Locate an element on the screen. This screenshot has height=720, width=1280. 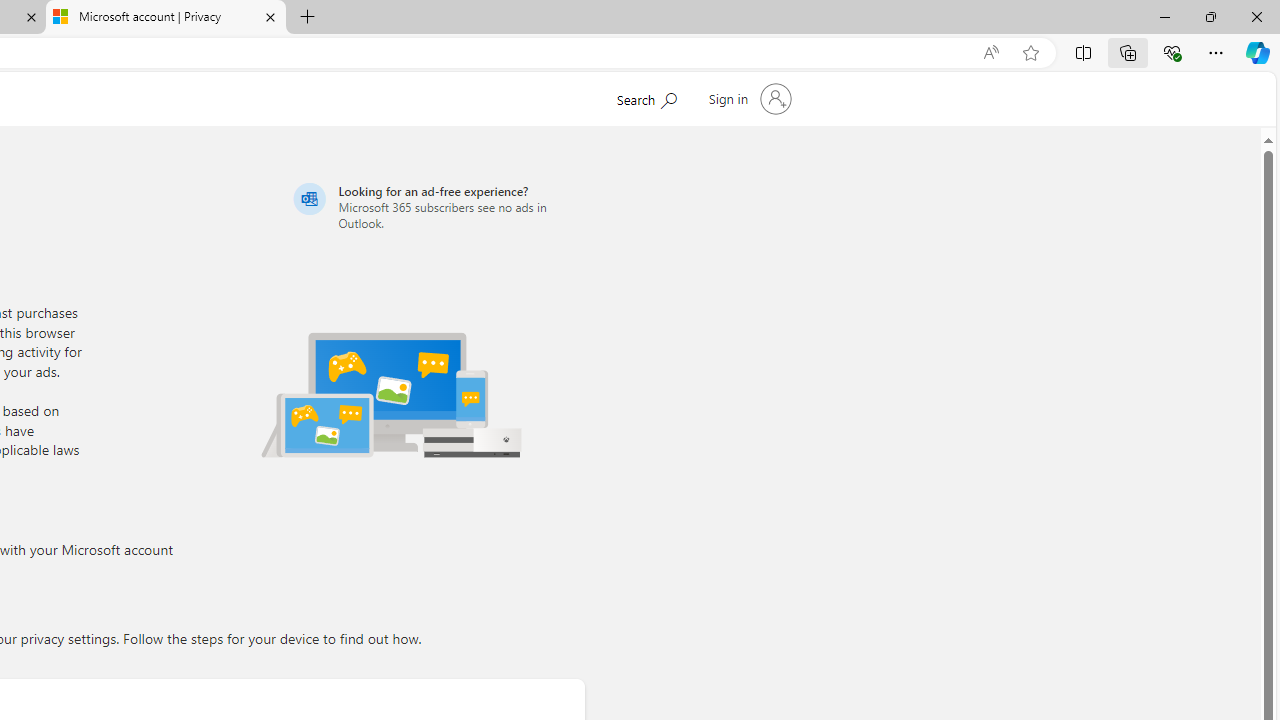
'Illustration of multiple devices' is located at coordinates (391, 394).